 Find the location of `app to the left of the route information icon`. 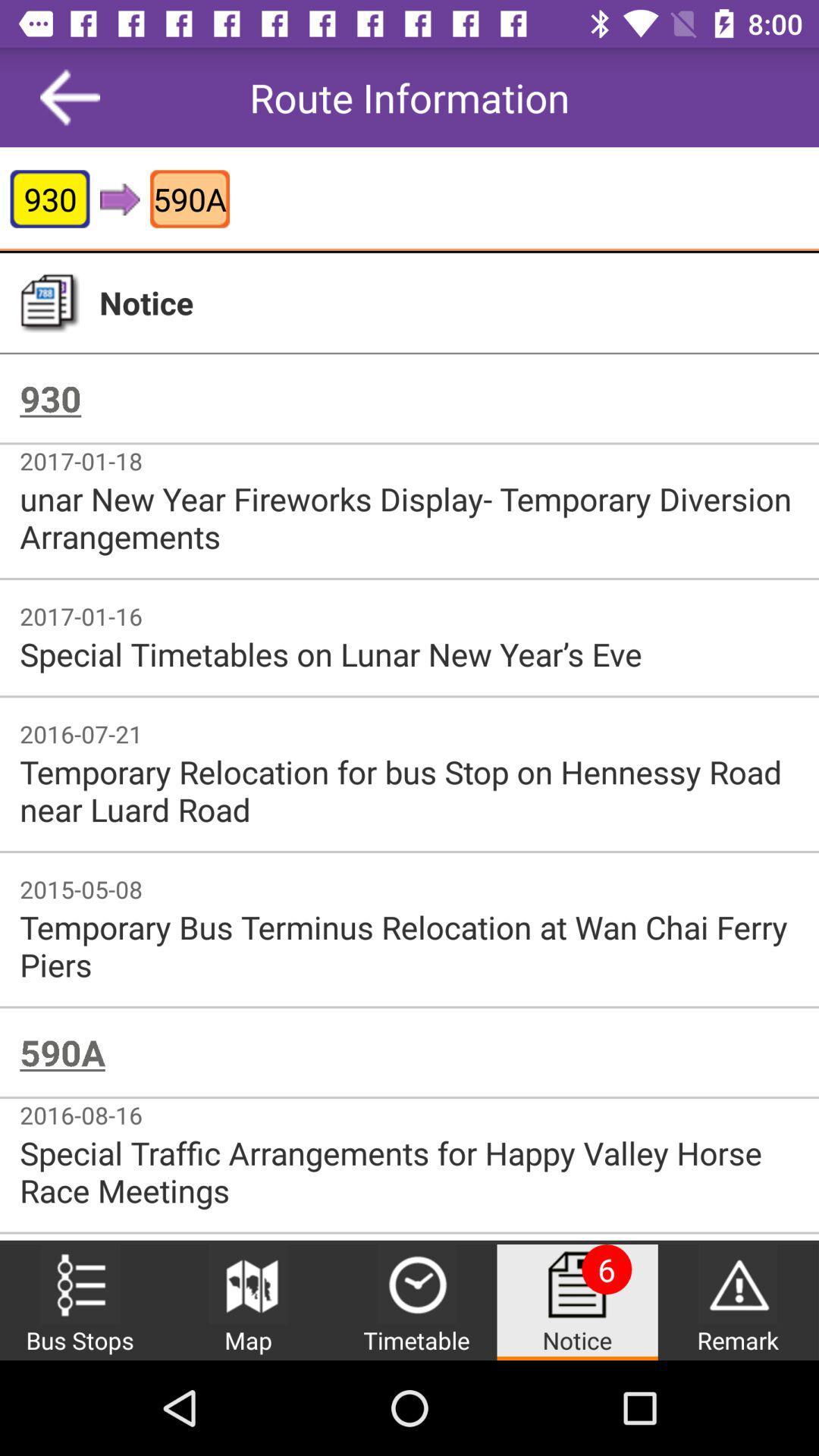

app to the left of the route information icon is located at coordinates (70, 96).